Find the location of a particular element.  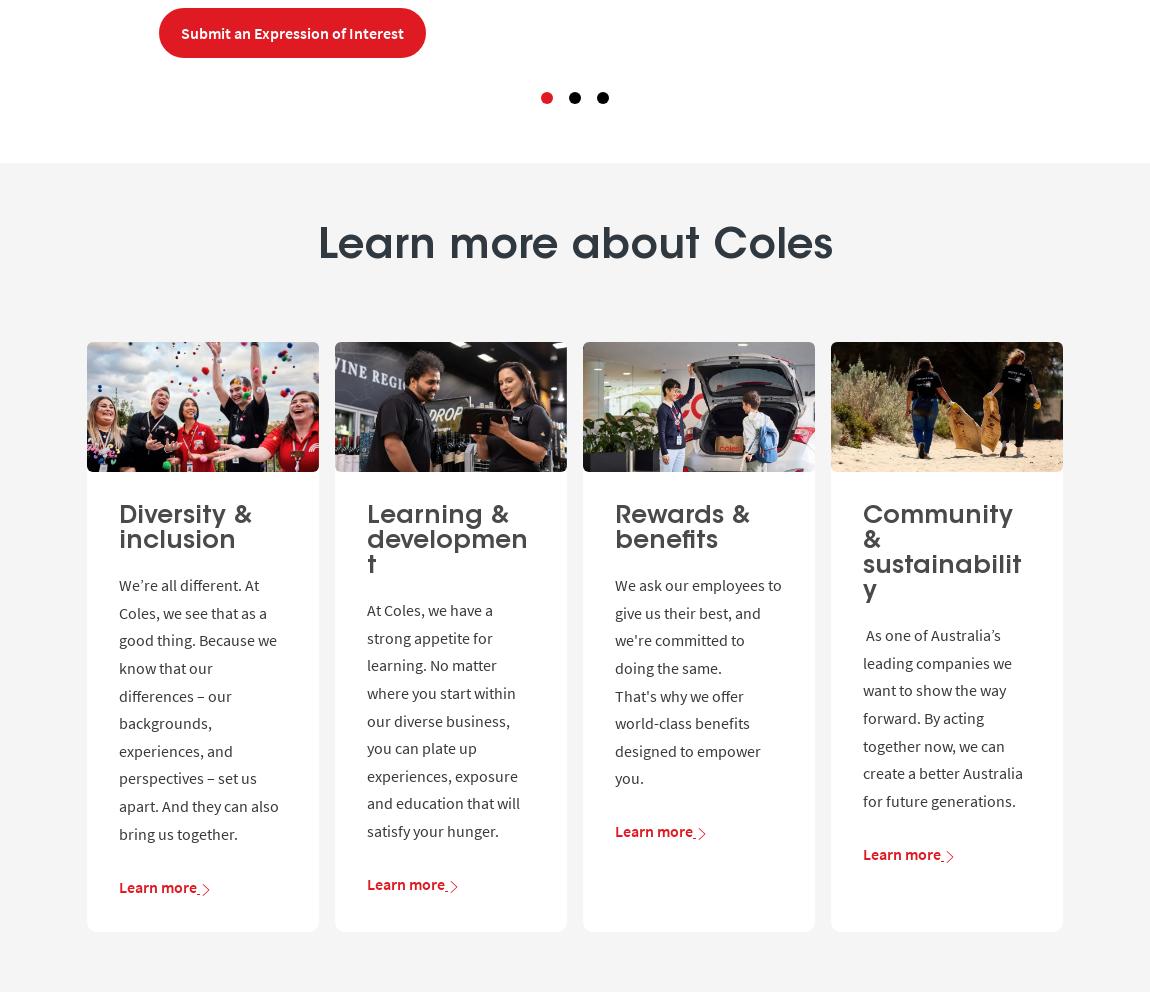

'We’re all different. At Coles, we see that as a good thing. Because we know that our differences – our backgrounds, experiences, and perspectives – set us apart. And they can also bring us together.' is located at coordinates (118, 708).